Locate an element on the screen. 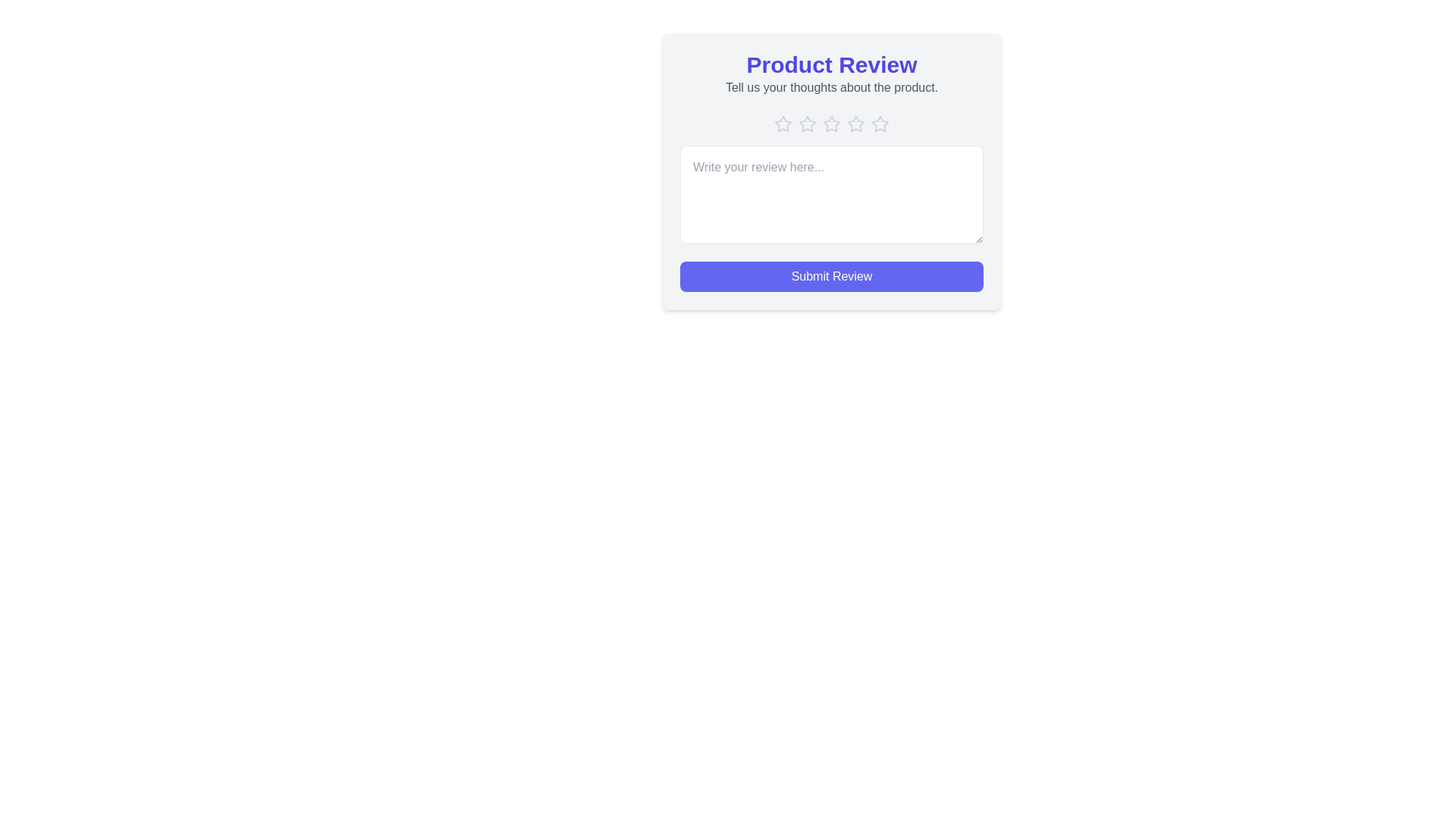 This screenshot has height=819, width=1456. the 'Product Review' text label which is bold and blue indigo, located at the top of the content card is located at coordinates (831, 64).